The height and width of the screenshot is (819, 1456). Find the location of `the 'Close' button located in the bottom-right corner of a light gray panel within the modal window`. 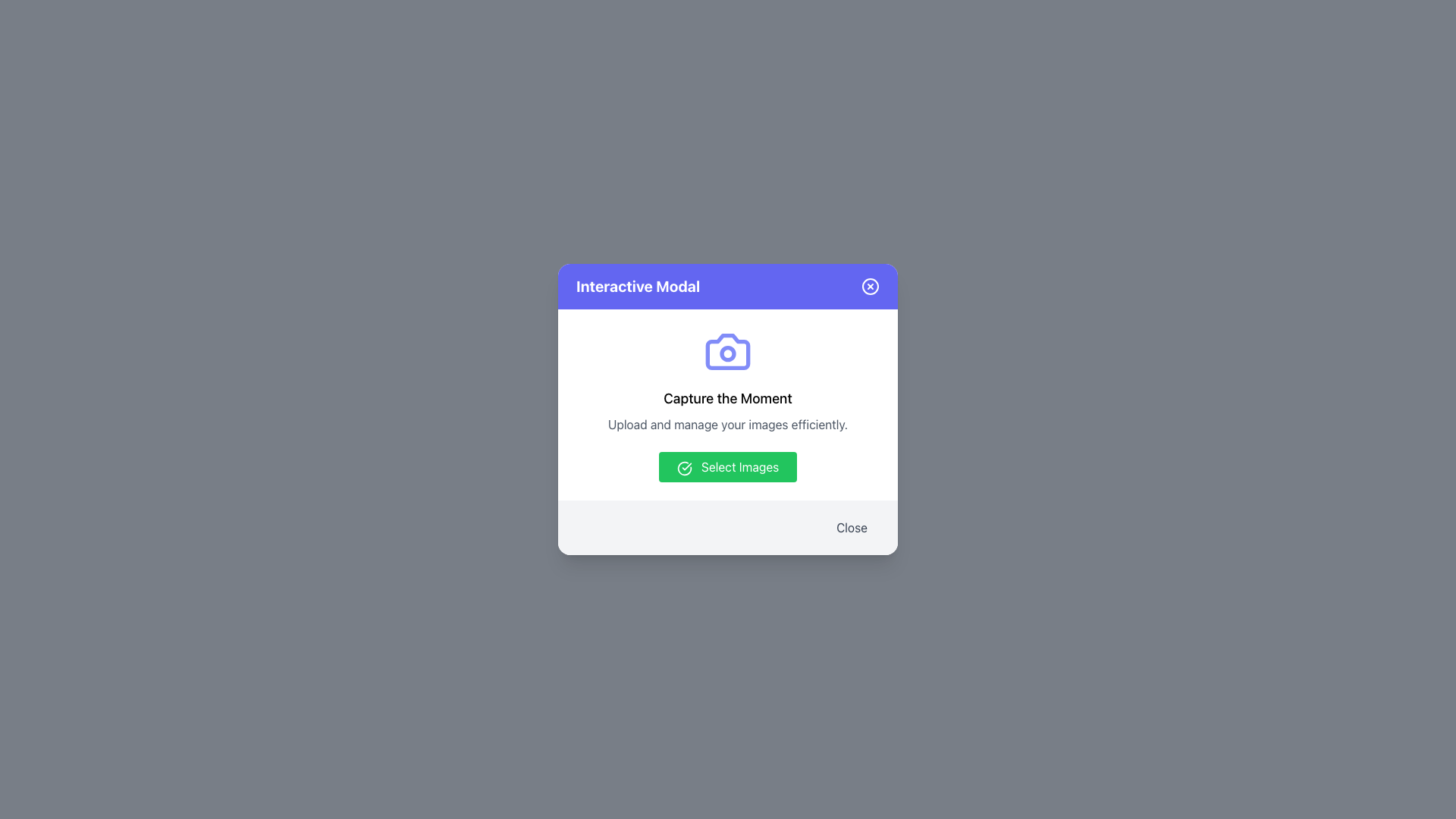

the 'Close' button located in the bottom-right corner of a light gray panel within the modal window is located at coordinates (852, 526).